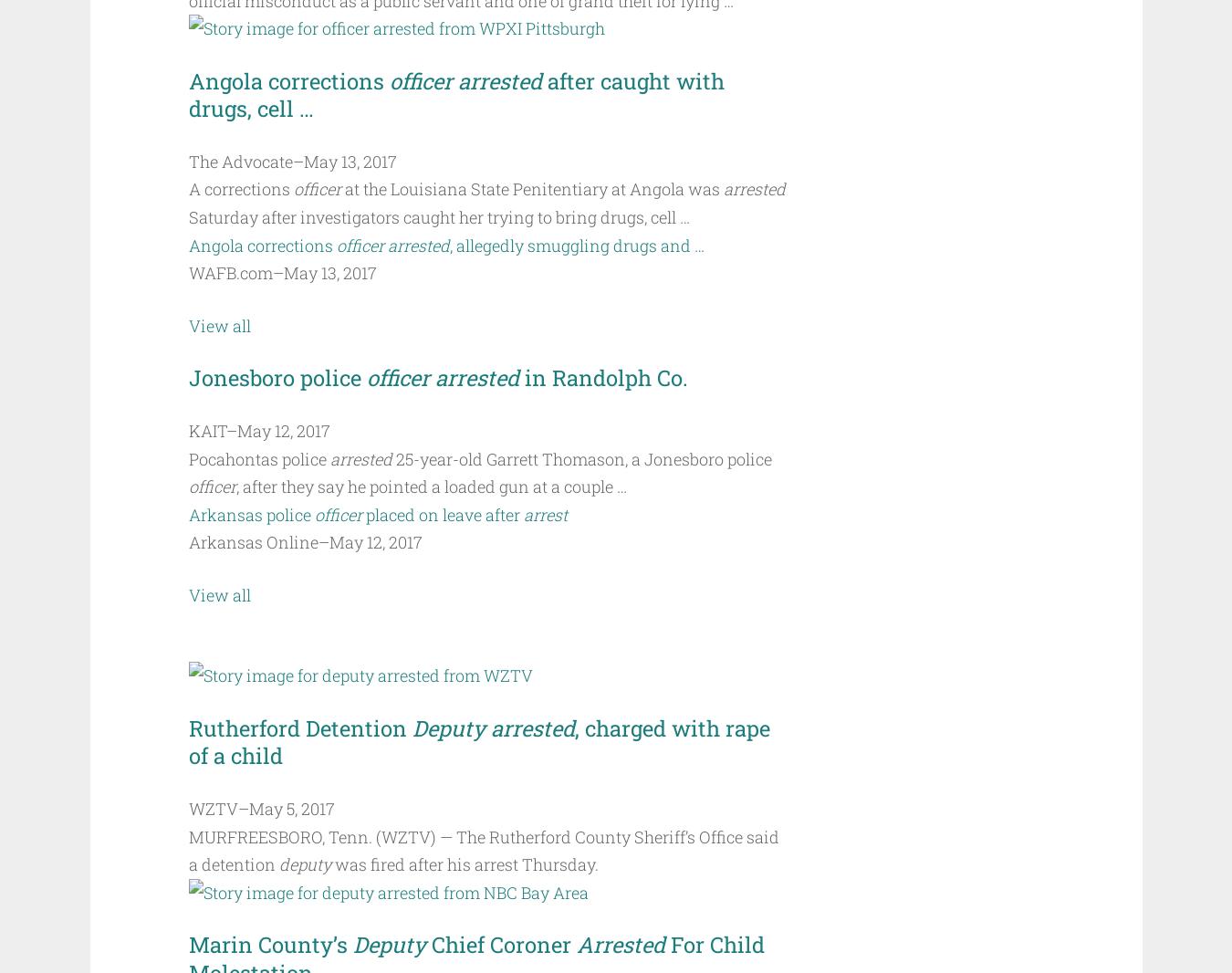  What do you see at coordinates (277, 864) in the screenshot?
I see `'deputy'` at bounding box center [277, 864].